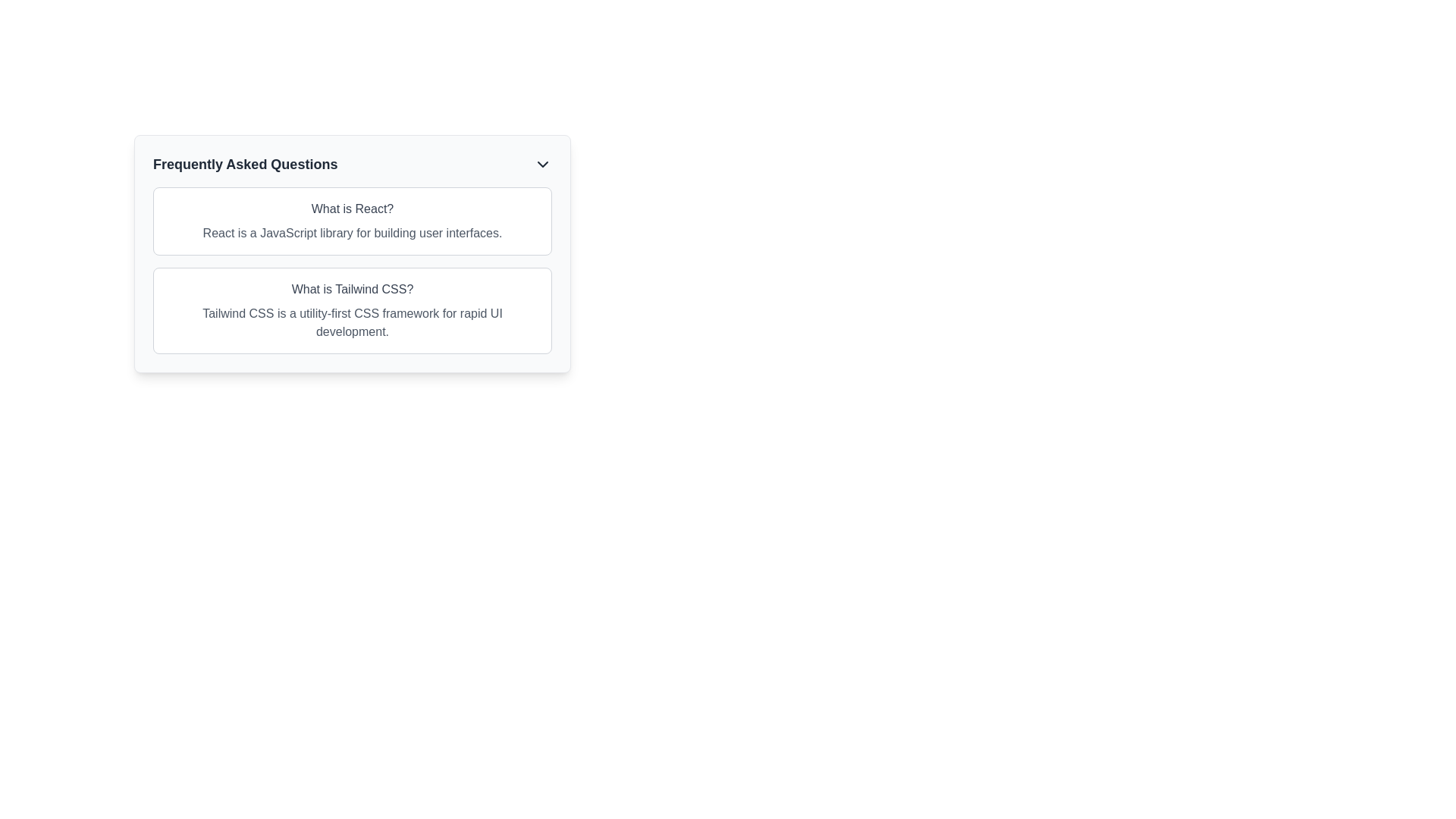 Image resolution: width=1456 pixels, height=819 pixels. I want to click on text on the second informational card in the Frequently Asked Questions section, which has a white background and contains a bold question at the top and smaller explanatory text below, so click(352, 309).